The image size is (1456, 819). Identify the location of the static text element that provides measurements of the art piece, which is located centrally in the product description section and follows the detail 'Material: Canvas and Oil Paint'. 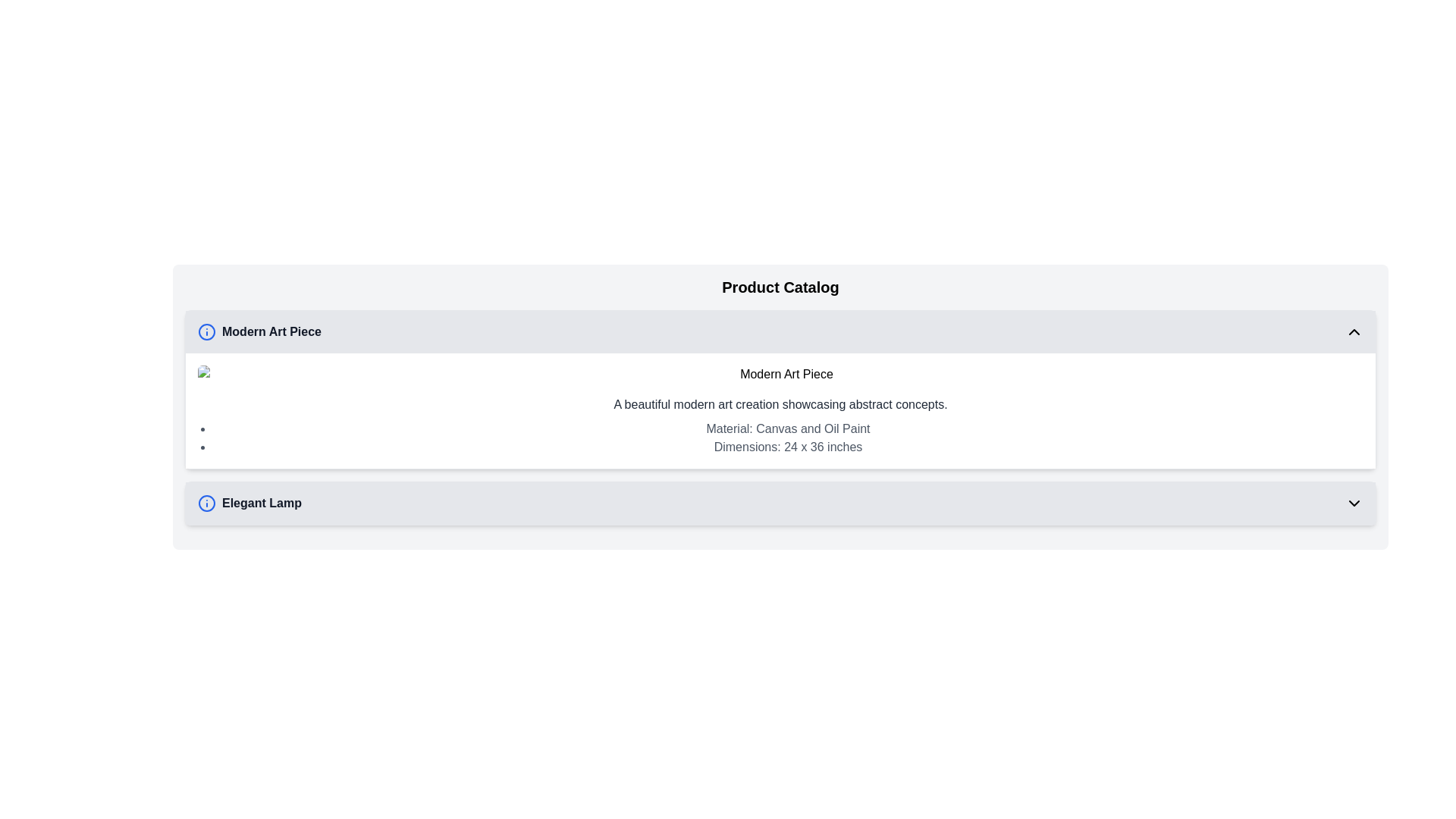
(788, 447).